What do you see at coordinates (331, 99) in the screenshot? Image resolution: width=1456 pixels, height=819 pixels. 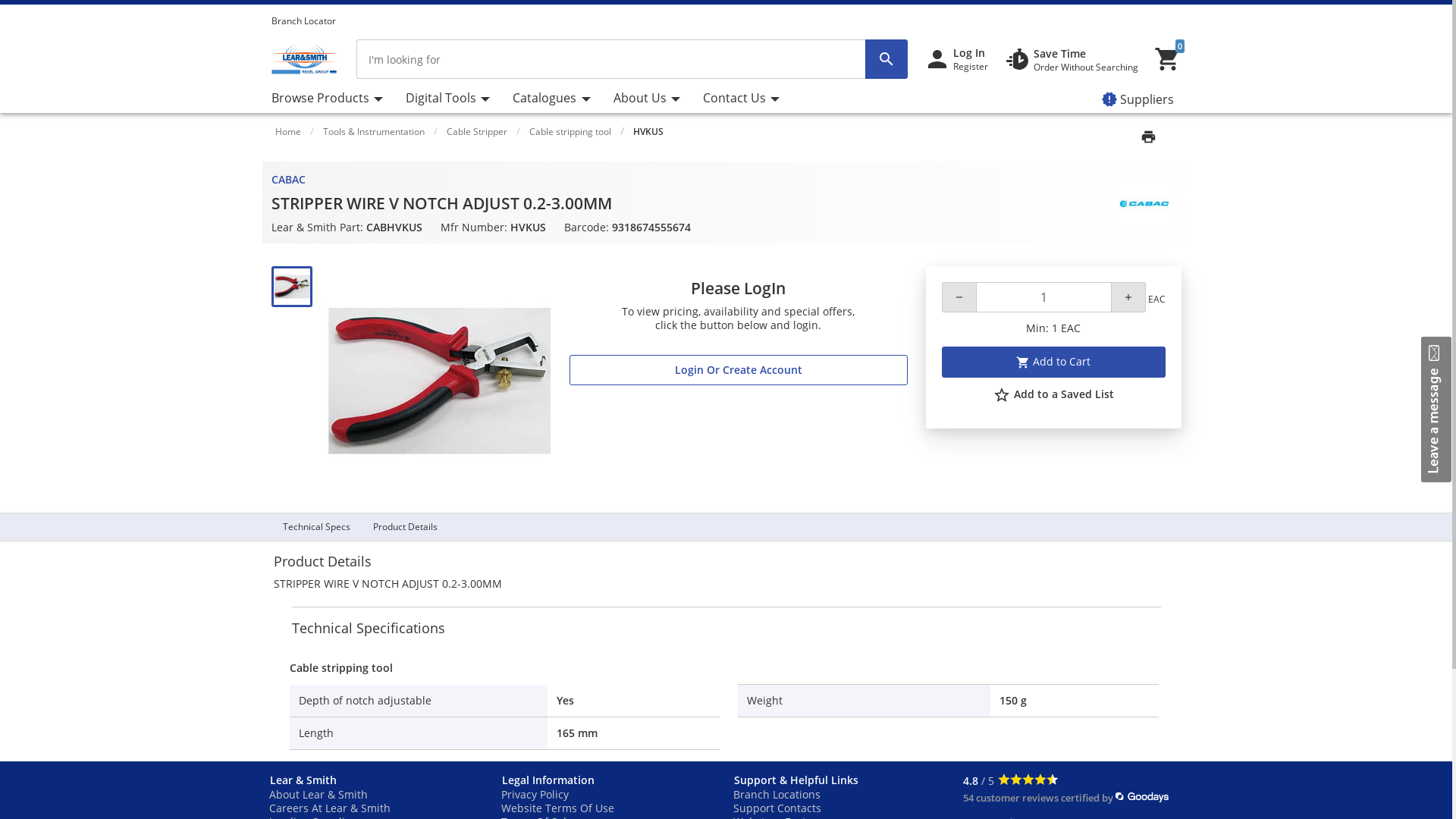 I see `'Browse Products'` at bounding box center [331, 99].